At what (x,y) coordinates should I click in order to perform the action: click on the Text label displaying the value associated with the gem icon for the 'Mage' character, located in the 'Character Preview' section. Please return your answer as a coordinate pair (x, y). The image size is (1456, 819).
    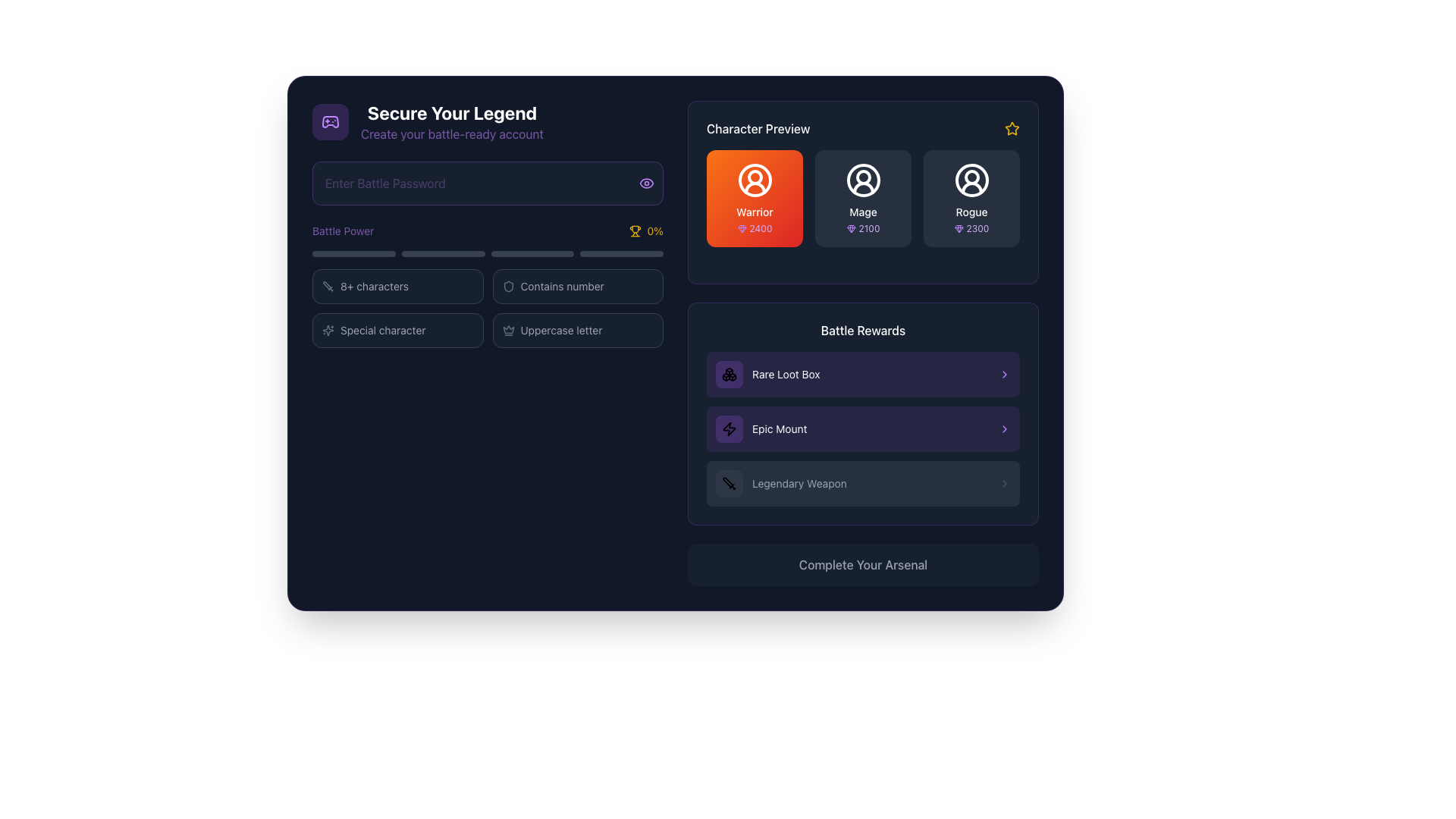
    Looking at the image, I should click on (869, 228).